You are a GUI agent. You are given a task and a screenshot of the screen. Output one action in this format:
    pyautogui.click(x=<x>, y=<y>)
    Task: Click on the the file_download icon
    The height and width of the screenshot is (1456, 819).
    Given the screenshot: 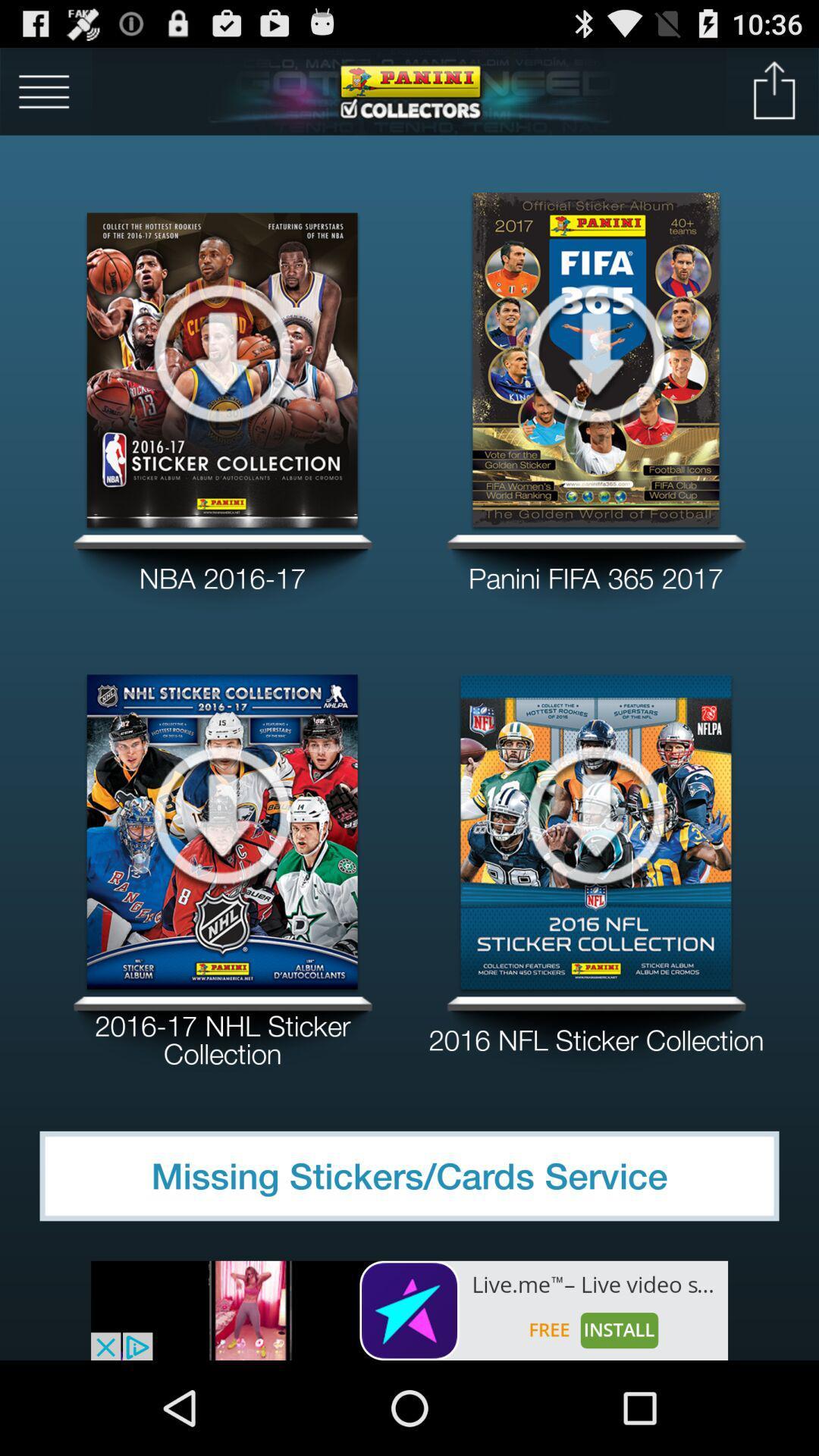 What is the action you would take?
    pyautogui.click(x=222, y=376)
    